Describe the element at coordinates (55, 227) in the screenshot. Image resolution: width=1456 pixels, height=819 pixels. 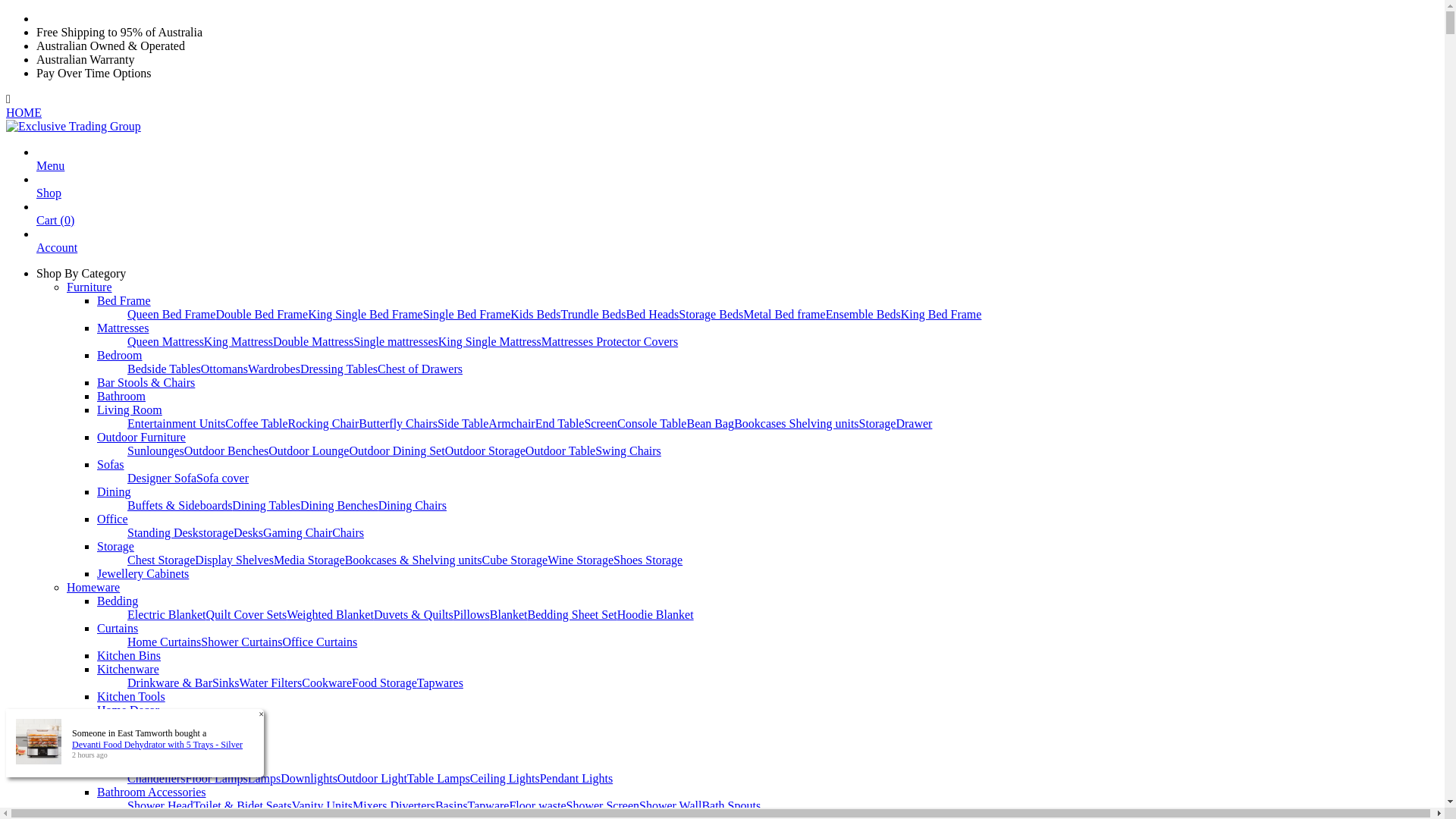
I see `'Cart (0)'` at that location.